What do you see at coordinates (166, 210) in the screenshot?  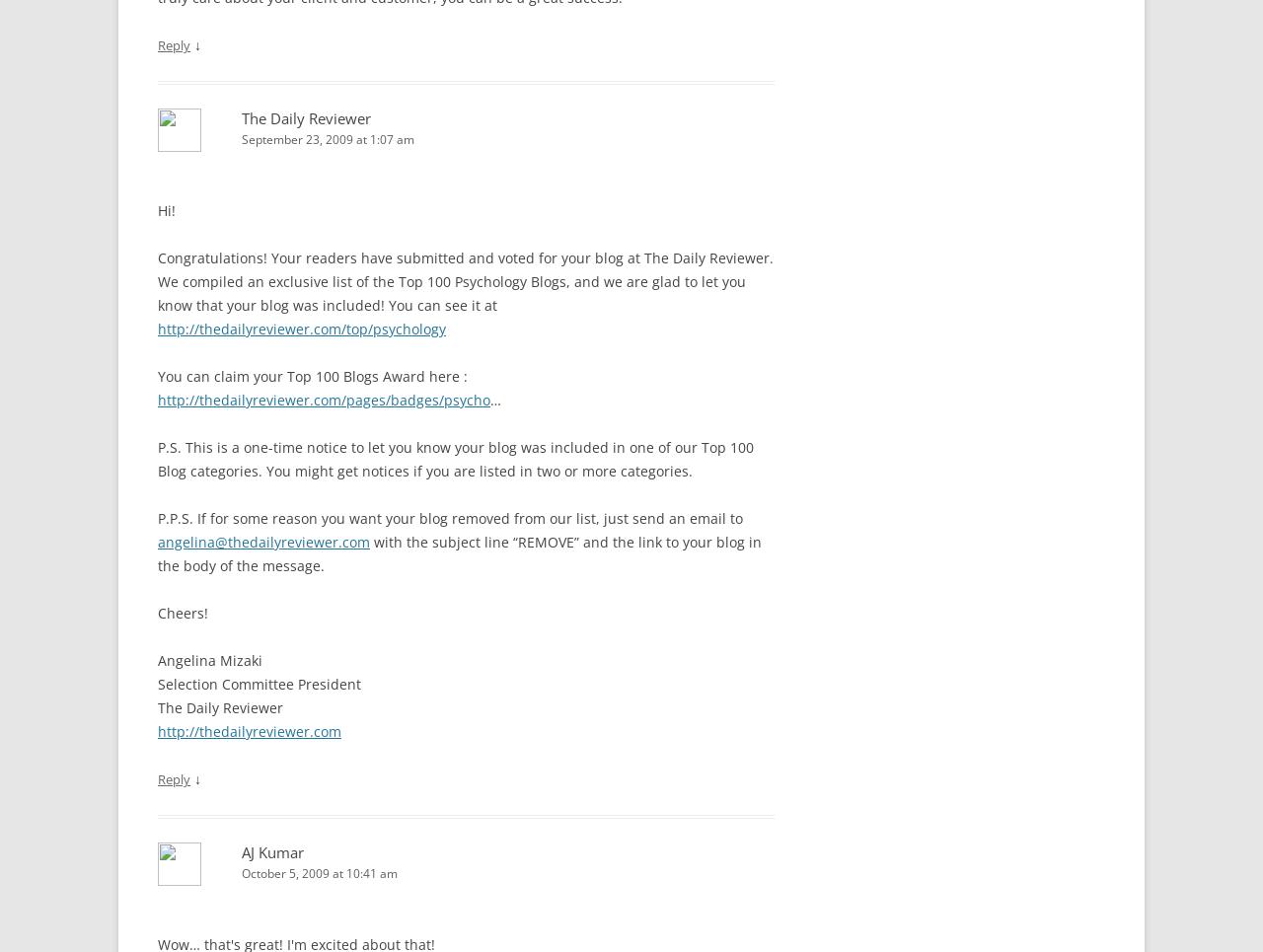 I see `'Hi!'` at bounding box center [166, 210].